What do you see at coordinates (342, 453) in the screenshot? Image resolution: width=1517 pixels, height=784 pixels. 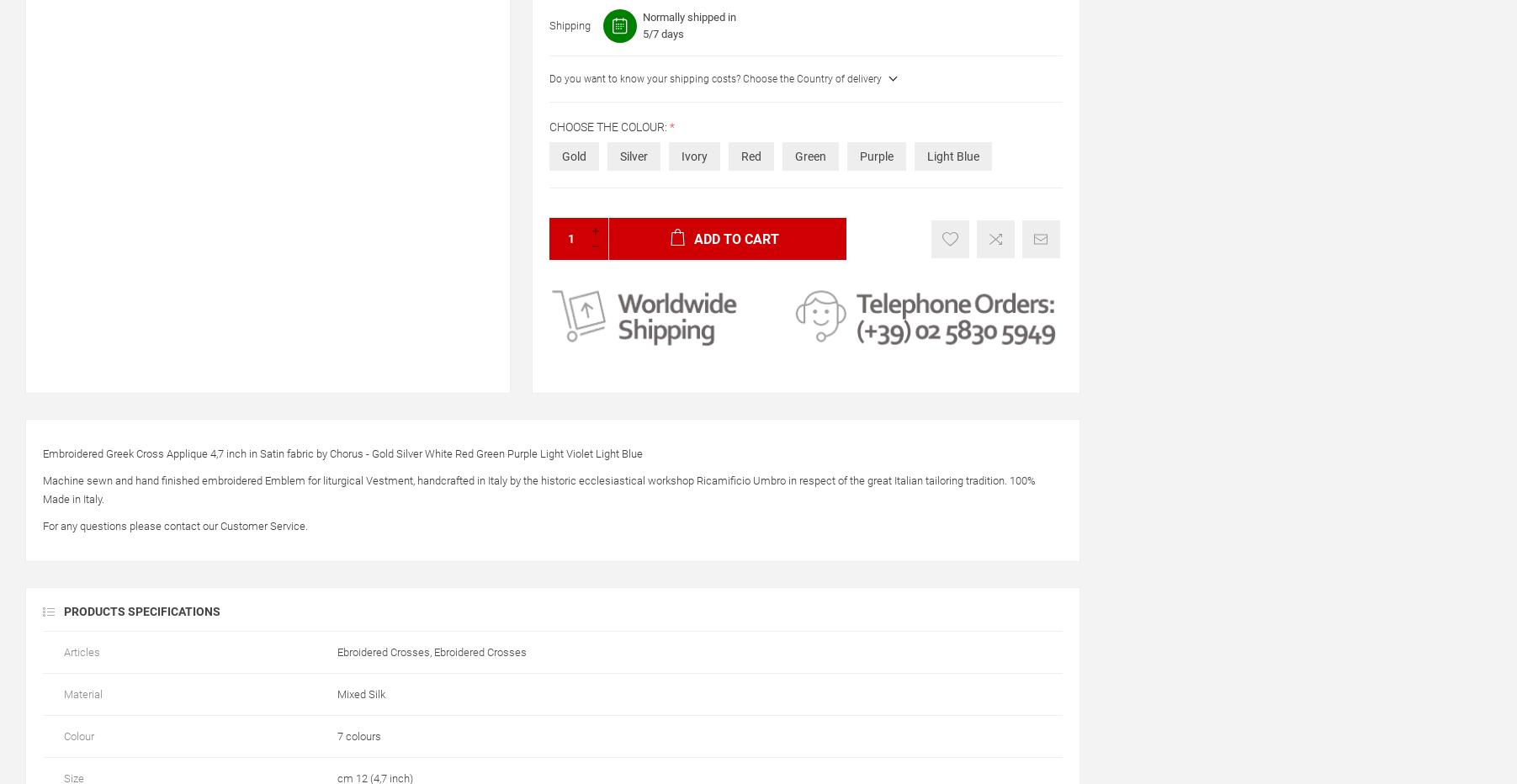 I see `'Embroidered Greek Cross Applique 4,7 inch in Satin fabric by Chorus - Gold Silver White Red Green Purple Light Violet Light Blue'` at bounding box center [342, 453].